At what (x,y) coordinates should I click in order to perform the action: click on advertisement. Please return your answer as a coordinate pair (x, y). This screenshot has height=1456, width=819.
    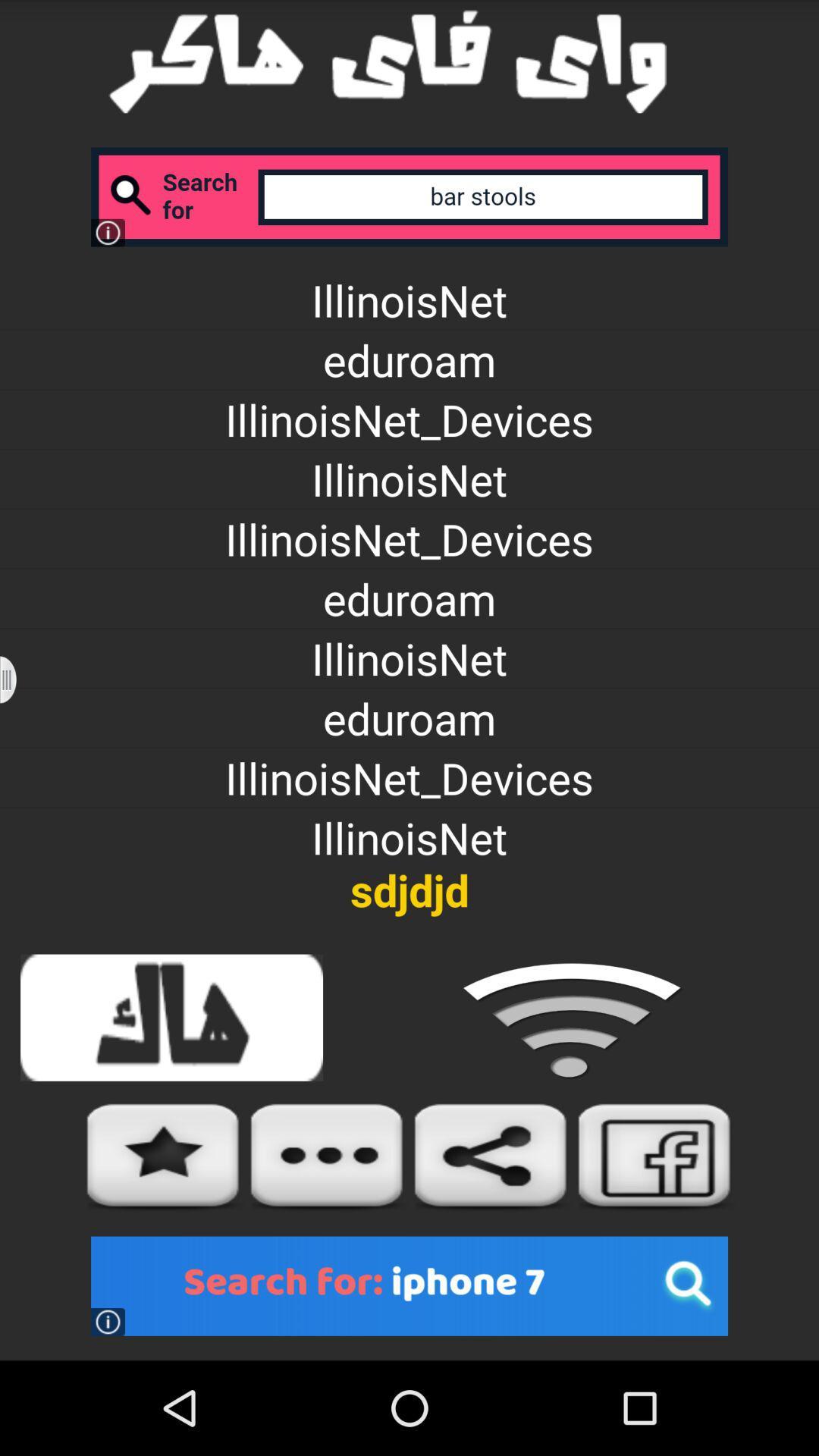
    Looking at the image, I should click on (409, 1285).